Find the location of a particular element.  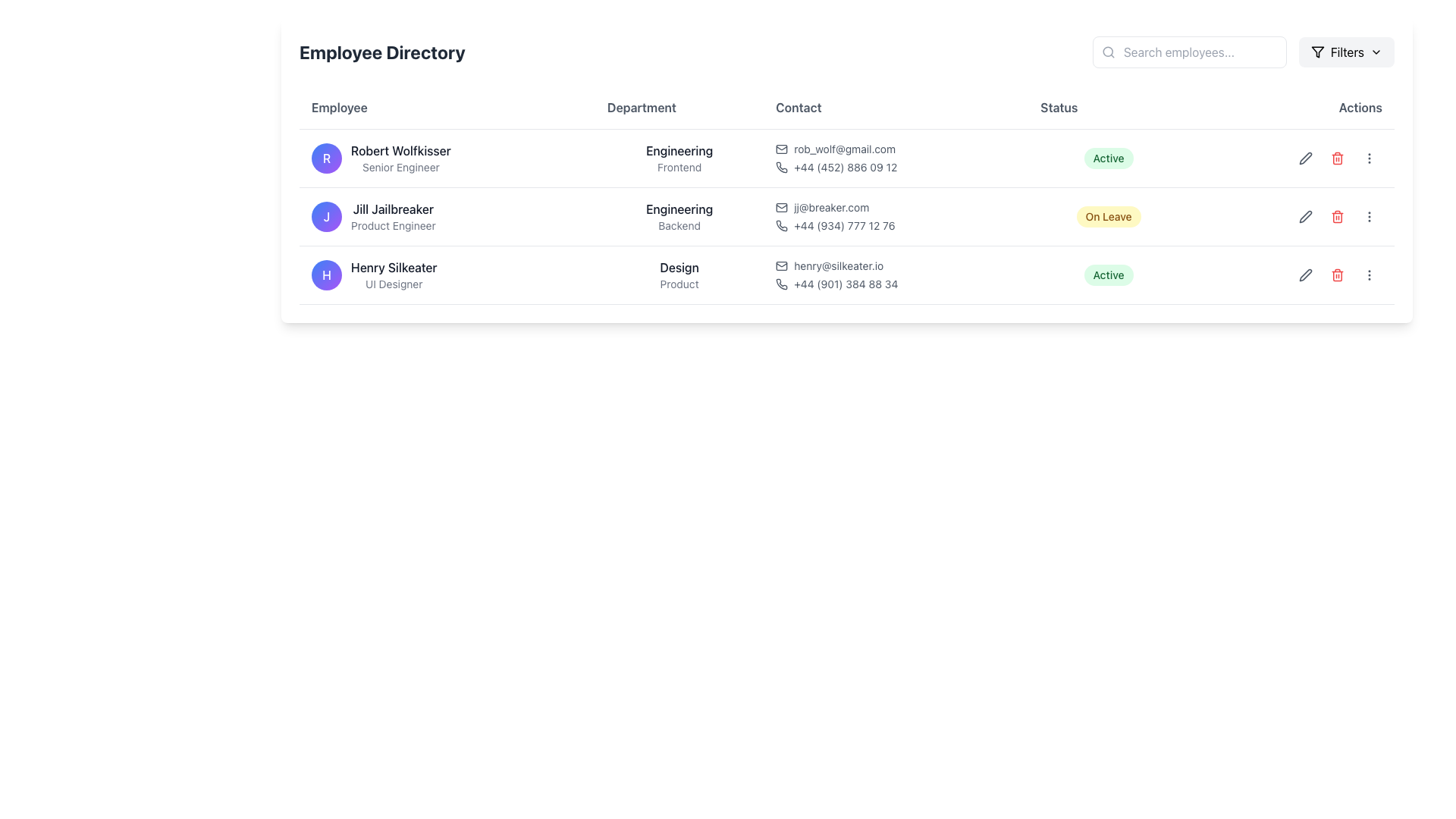

the text label indicating the department of the employee, positioned in the 'Department' column of the third row, to the right of 'Henry Silkeater - UI Designer' and above 'Product' is located at coordinates (679, 267).